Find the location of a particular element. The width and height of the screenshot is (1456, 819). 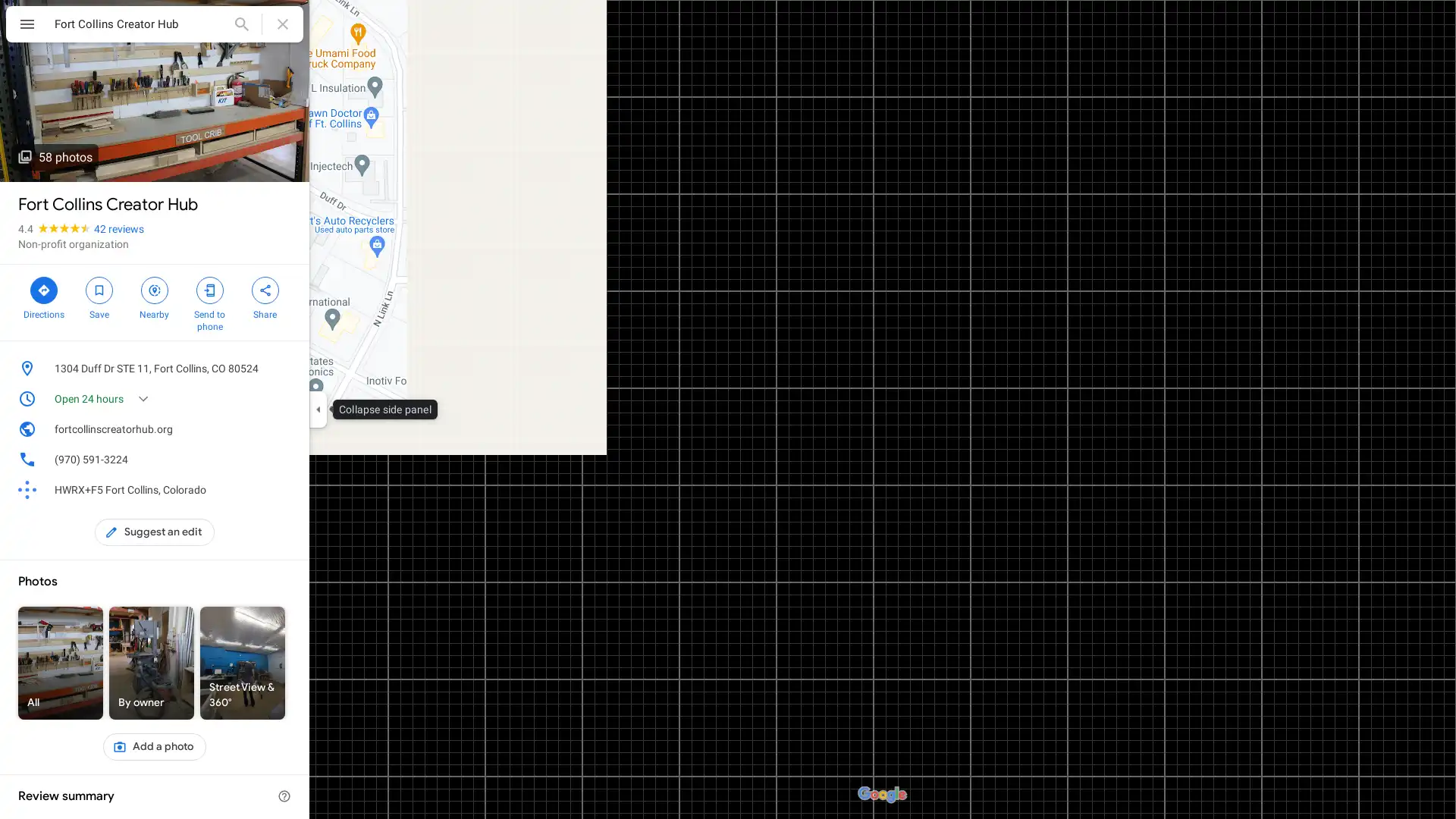

4.4 stars is located at coordinates (55, 228).